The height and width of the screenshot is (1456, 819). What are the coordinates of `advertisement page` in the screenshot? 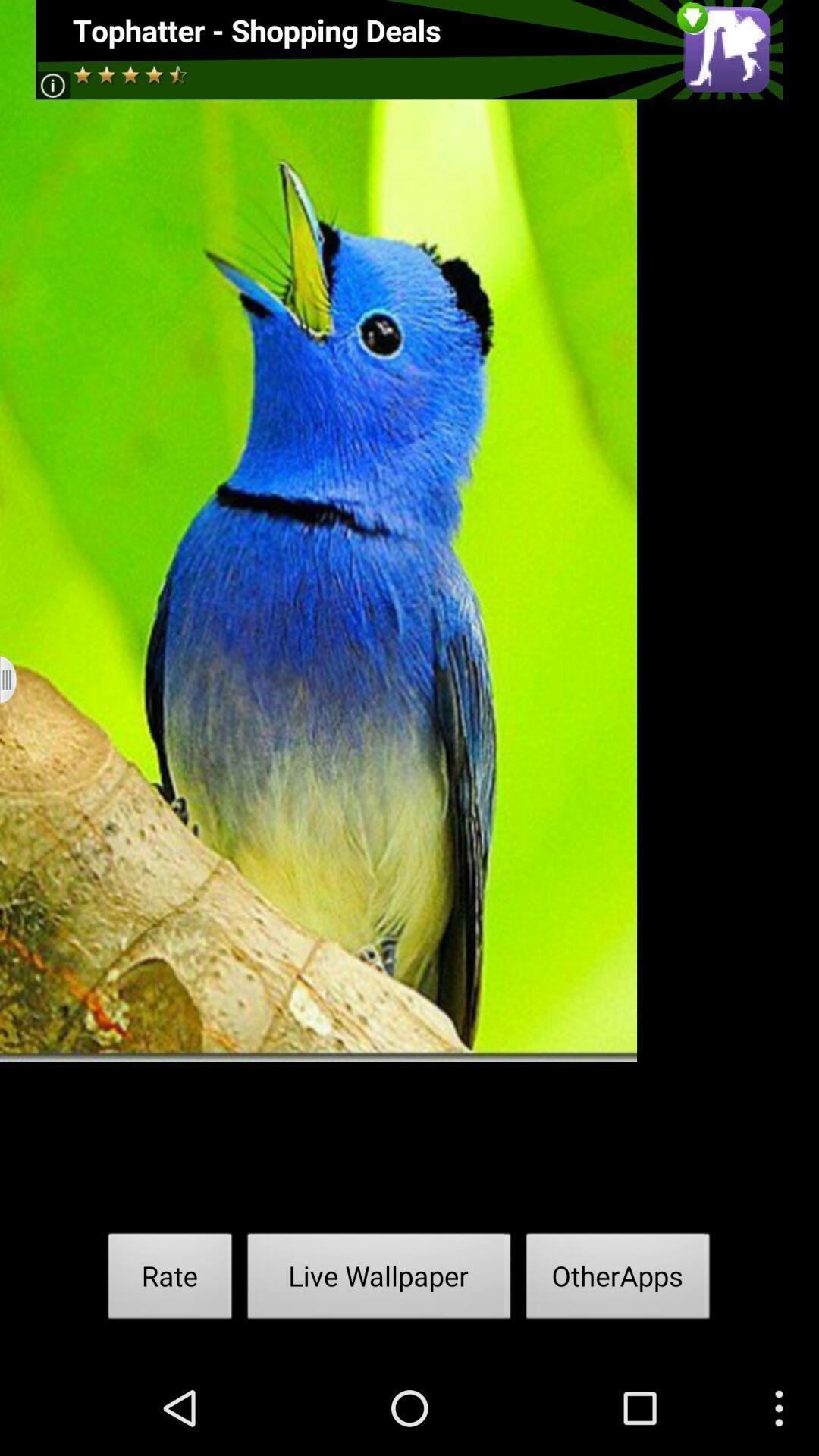 It's located at (408, 49).